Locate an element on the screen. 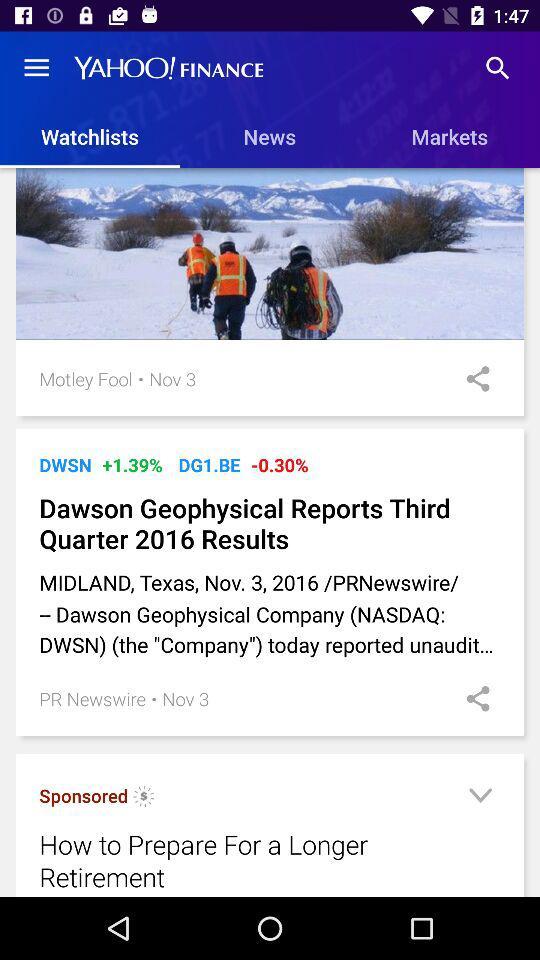 This screenshot has width=540, height=960. sponsored is located at coordinates (143, 799).